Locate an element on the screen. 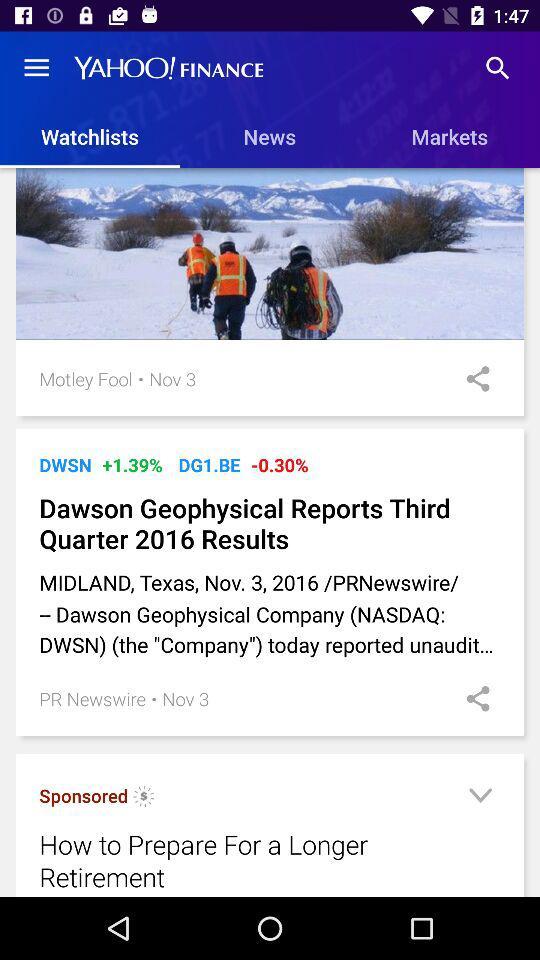 This screenshot has width=540, height=960. sponsored is located at coordinates (143, 799).